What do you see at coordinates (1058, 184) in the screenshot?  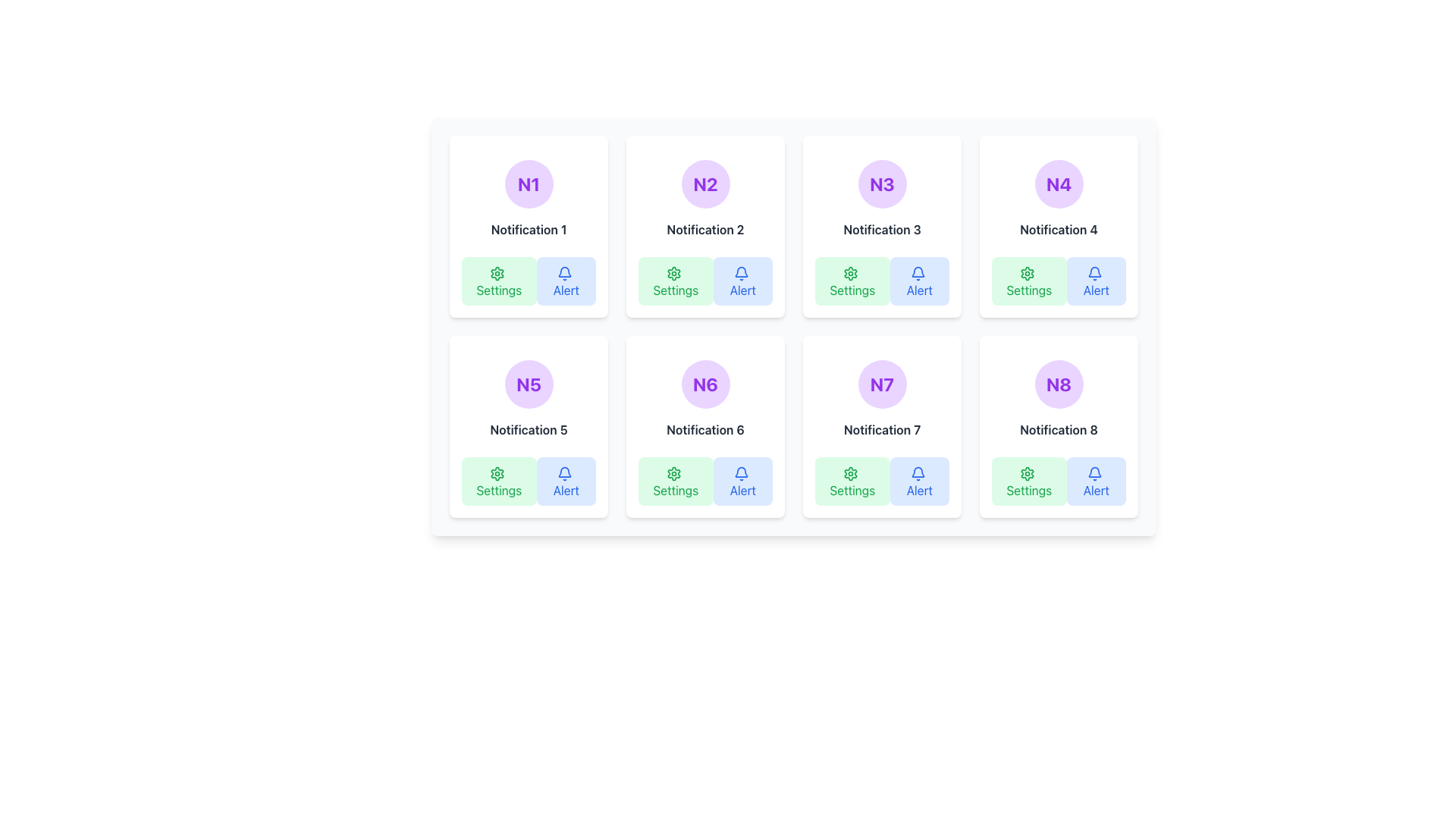 I see `the circular icon containing the text 'N4', which is part of the 'Notification 4' card in the top row and fourth column of the grid layout` at bounding box center [1058, 184].